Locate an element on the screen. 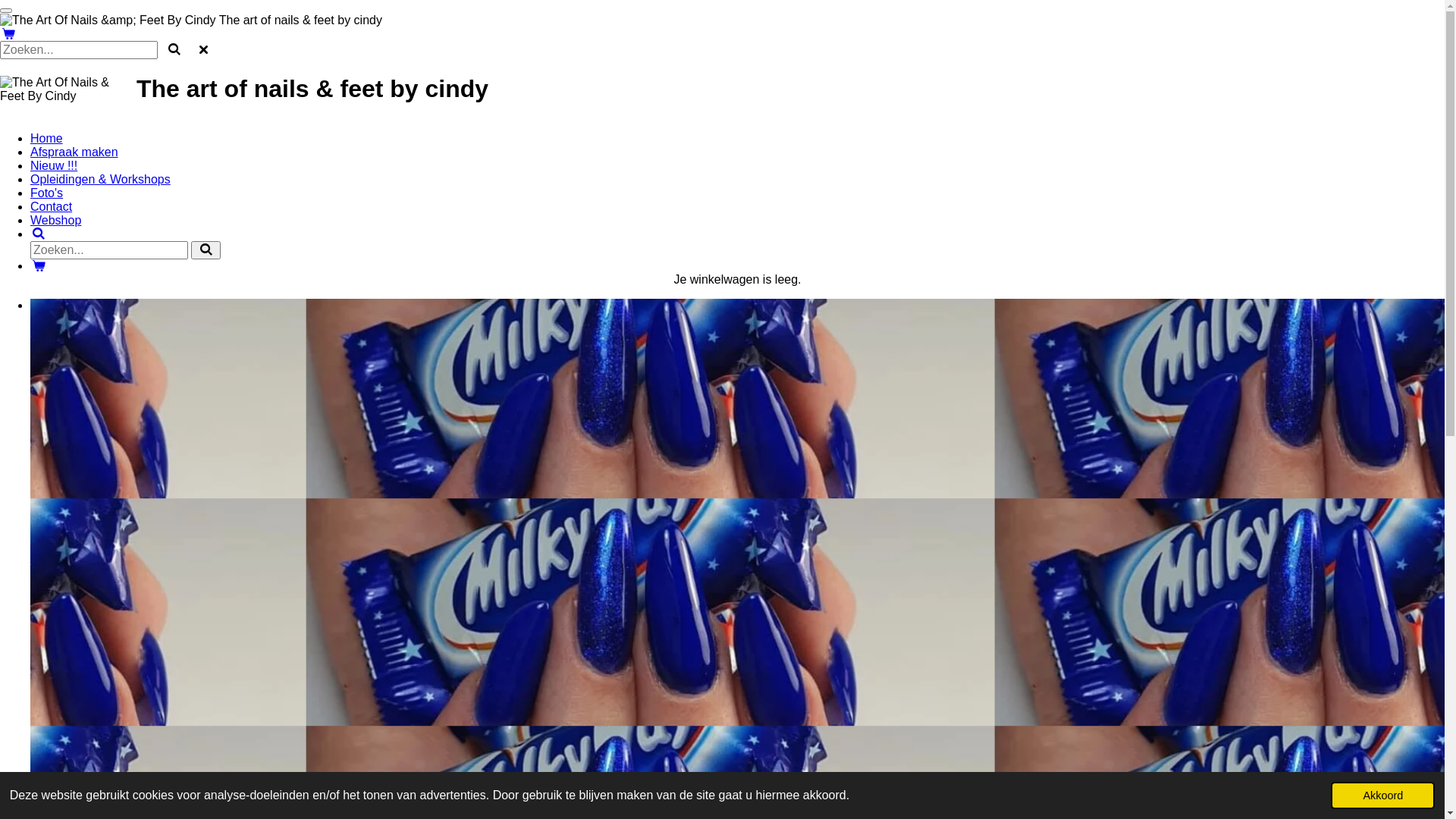 The image size is (1456, 819). 'Webshop' is located at coordinates (55, 220).